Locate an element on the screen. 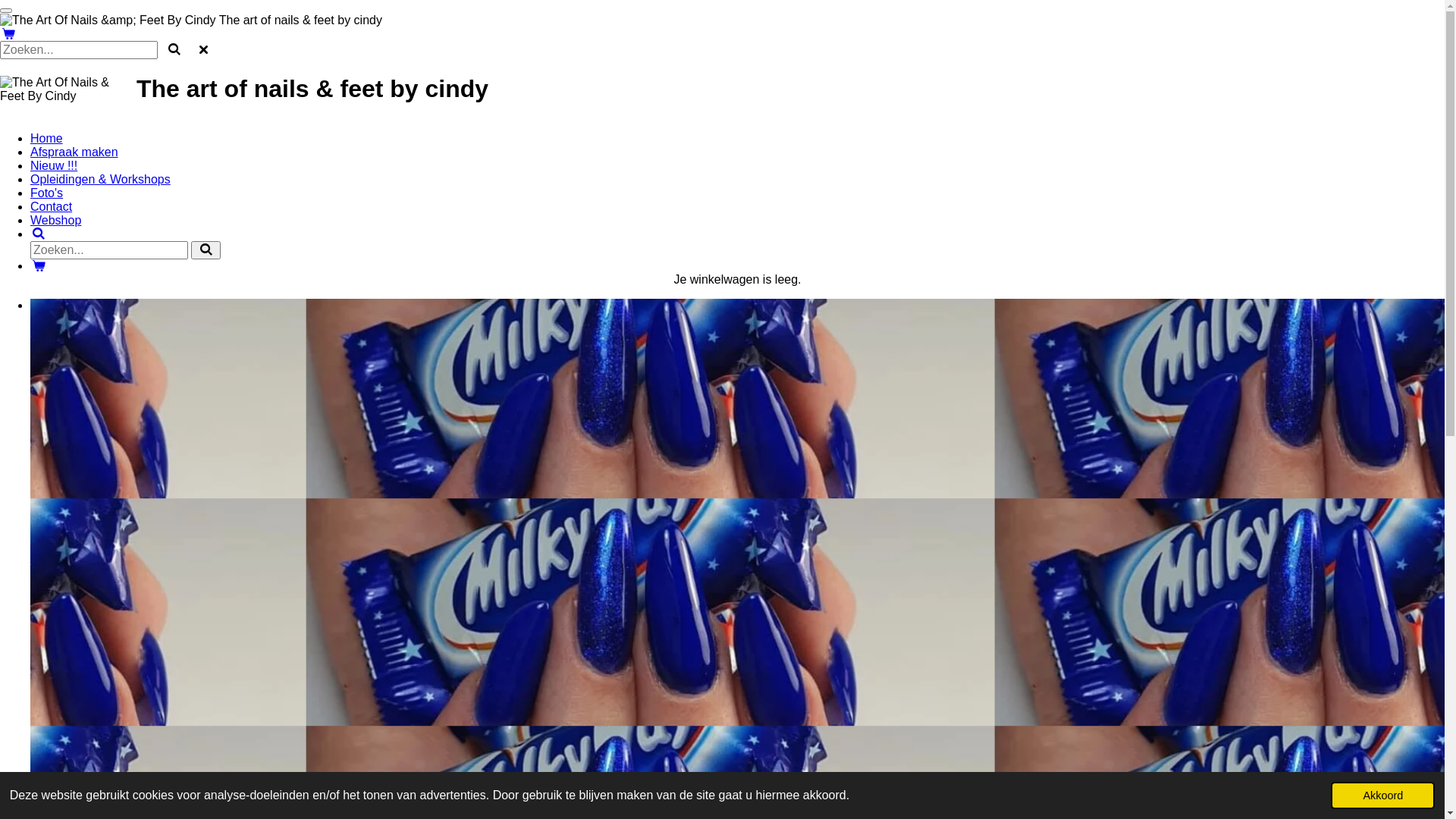 The image size is (1456, 819). 'Webshop' is located at coordinates (55, 220).